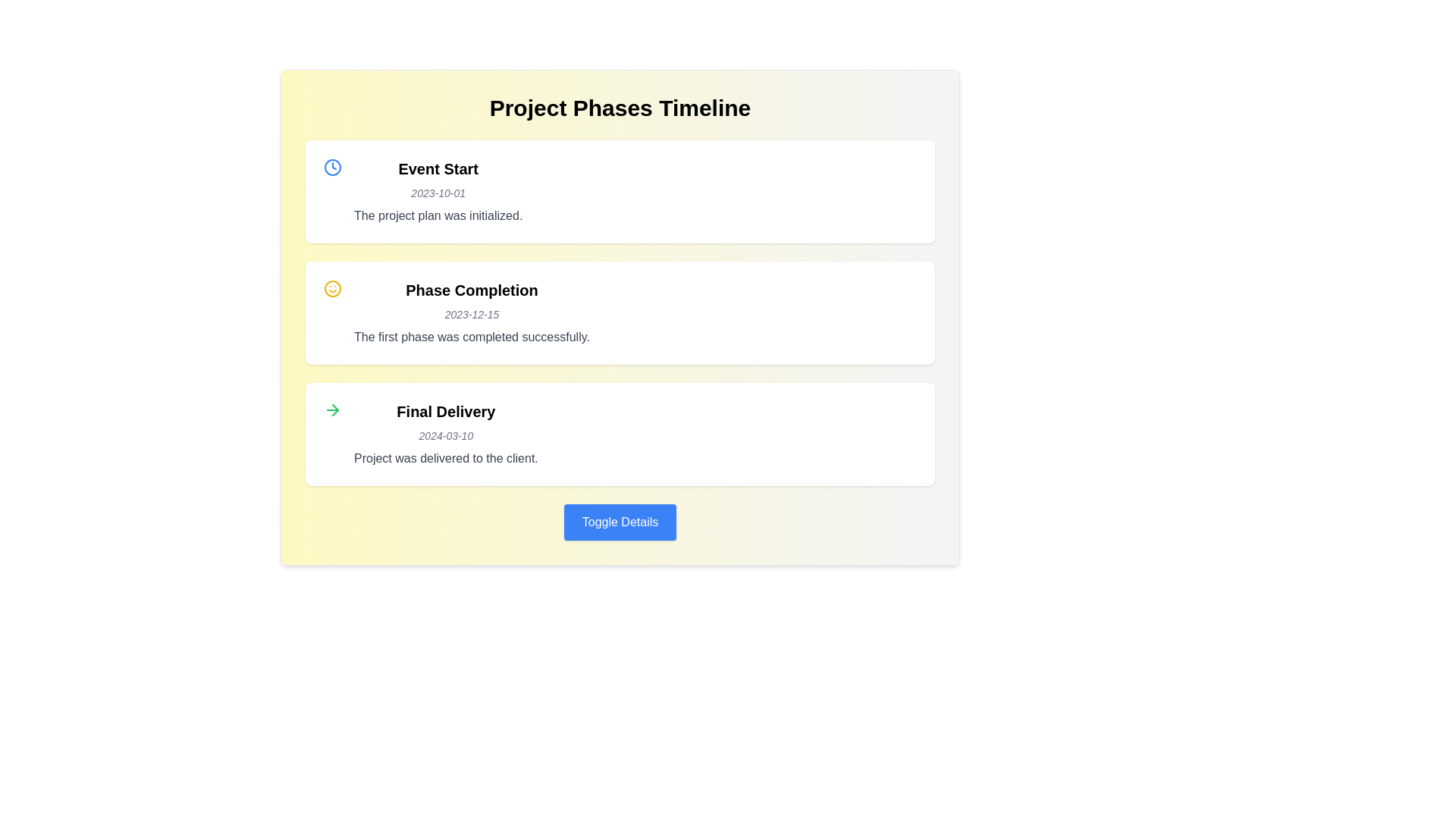  What do you see at coordinates (471, 314) in the screenshot?
I see `the text element that provides a date marking an important milestone, located within the 'Phase Completion' card, positioned below the heading 'Phase Completion'` at bounding box center [471, 314].